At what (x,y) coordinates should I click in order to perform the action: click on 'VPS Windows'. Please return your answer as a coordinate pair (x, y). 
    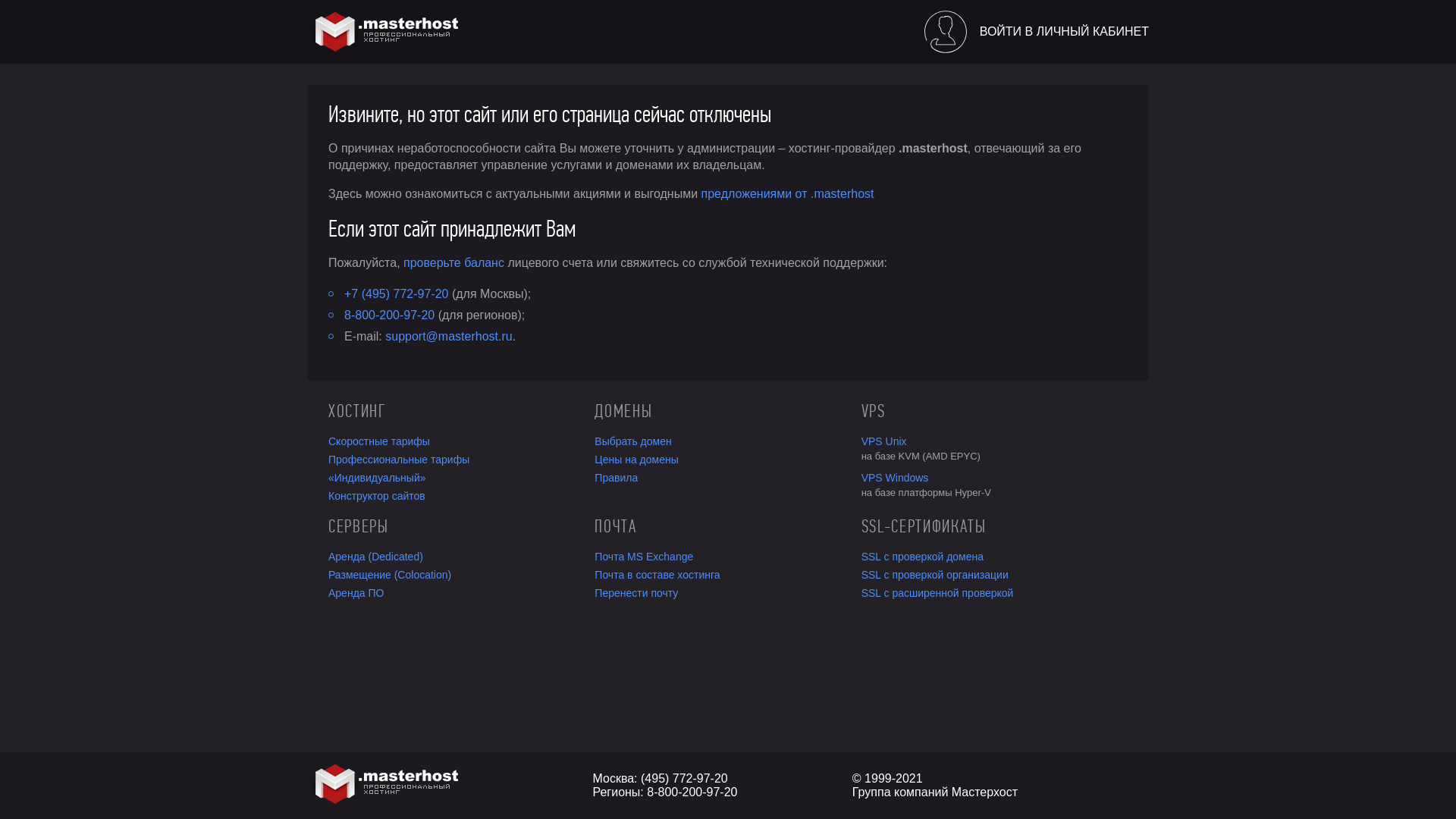
    Looking at the image, I should click on (861, 476).